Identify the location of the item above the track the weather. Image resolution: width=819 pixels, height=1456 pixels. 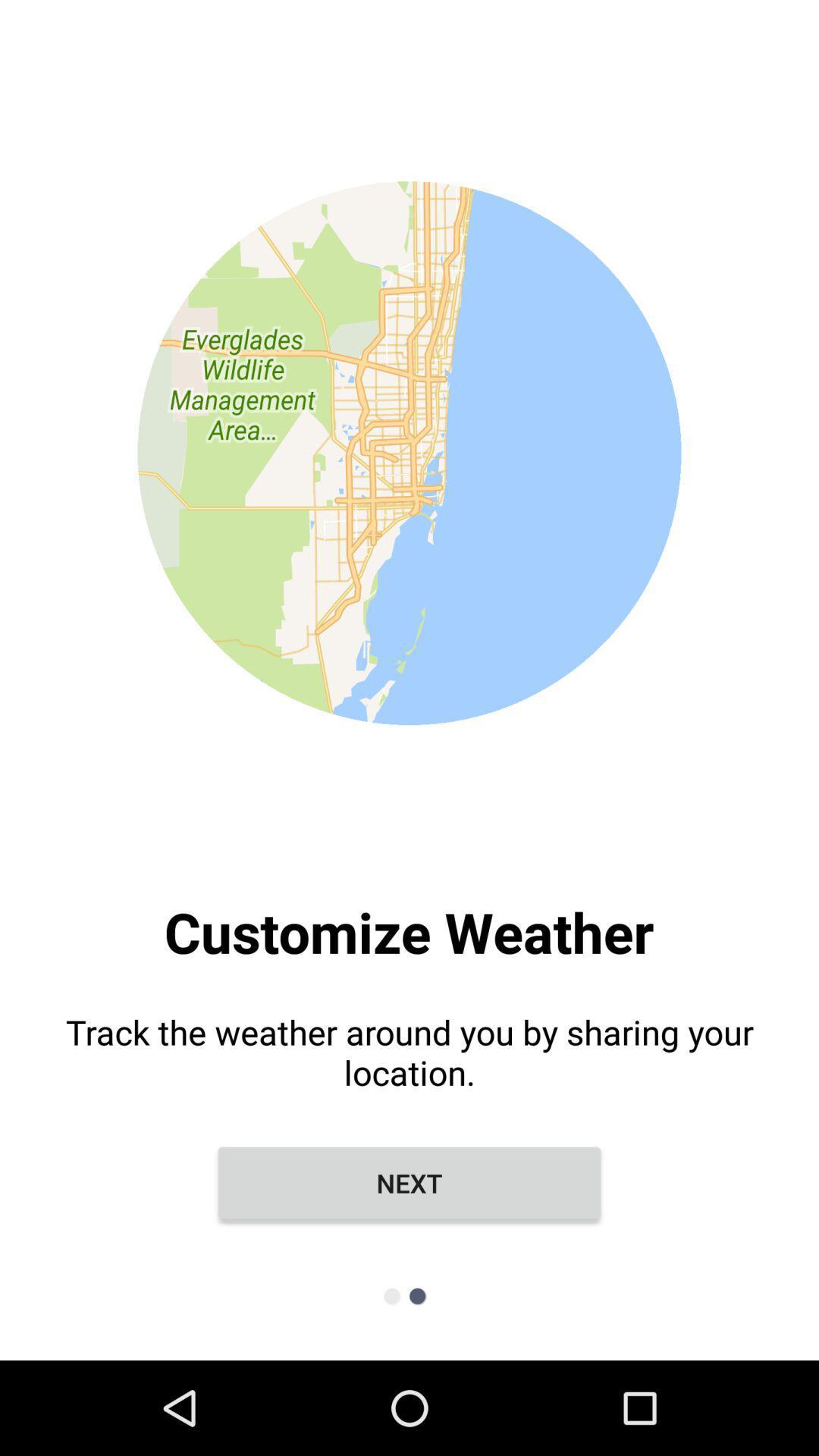
(409, 500).